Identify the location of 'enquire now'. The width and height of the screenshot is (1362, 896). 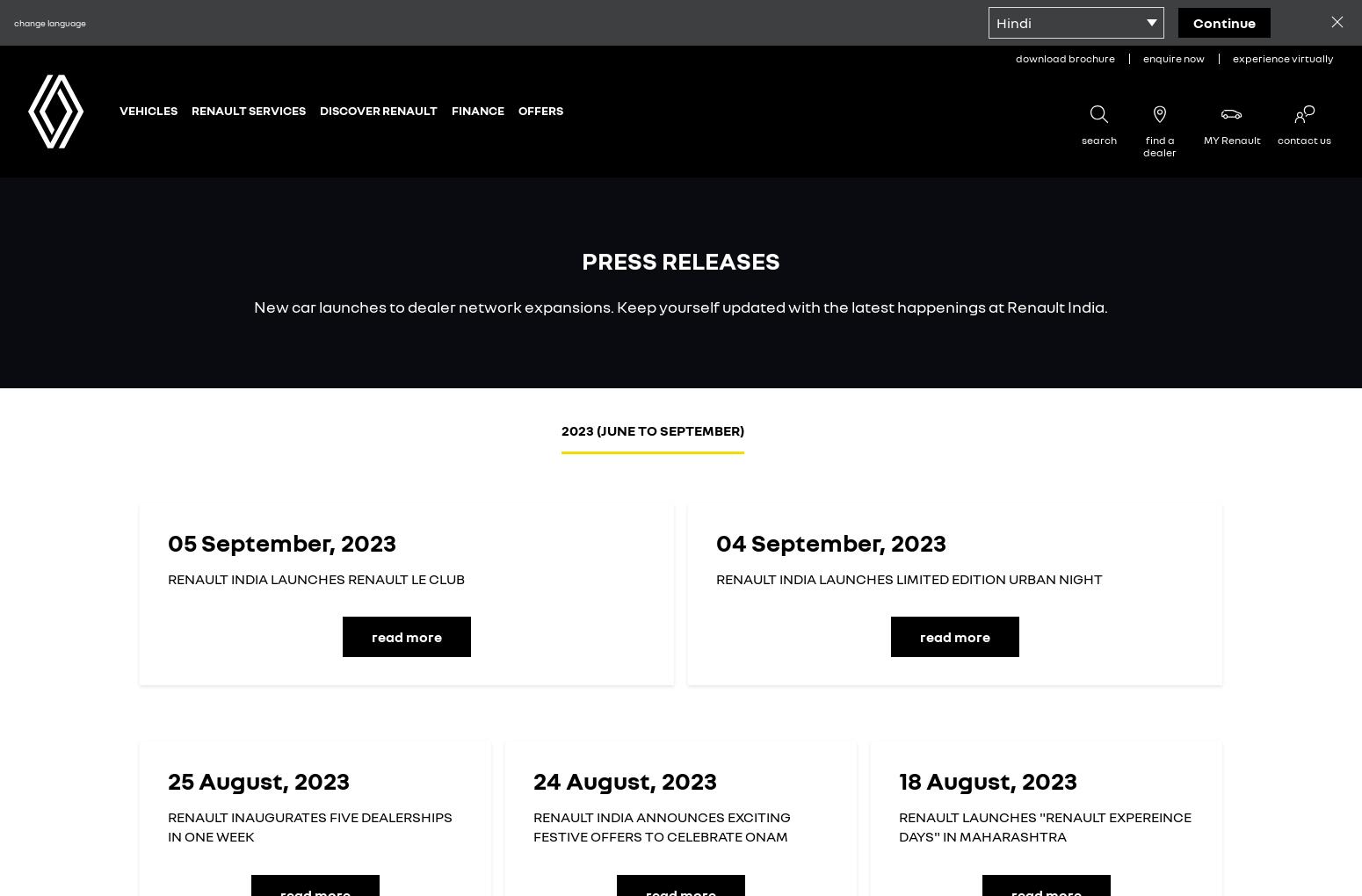
(1173, 58).